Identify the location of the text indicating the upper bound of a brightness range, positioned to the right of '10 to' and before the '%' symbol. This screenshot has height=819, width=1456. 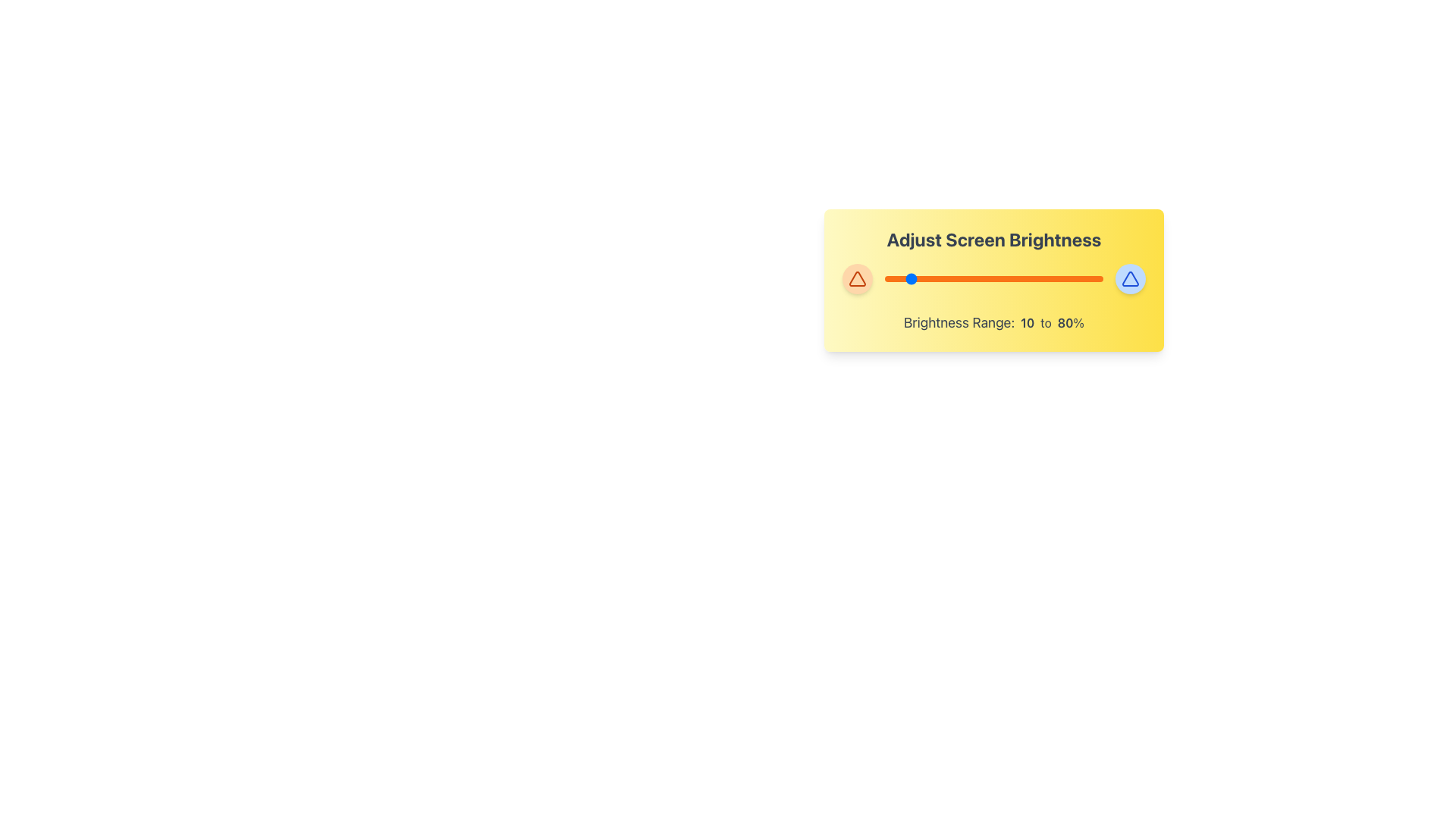
(1065, 322).